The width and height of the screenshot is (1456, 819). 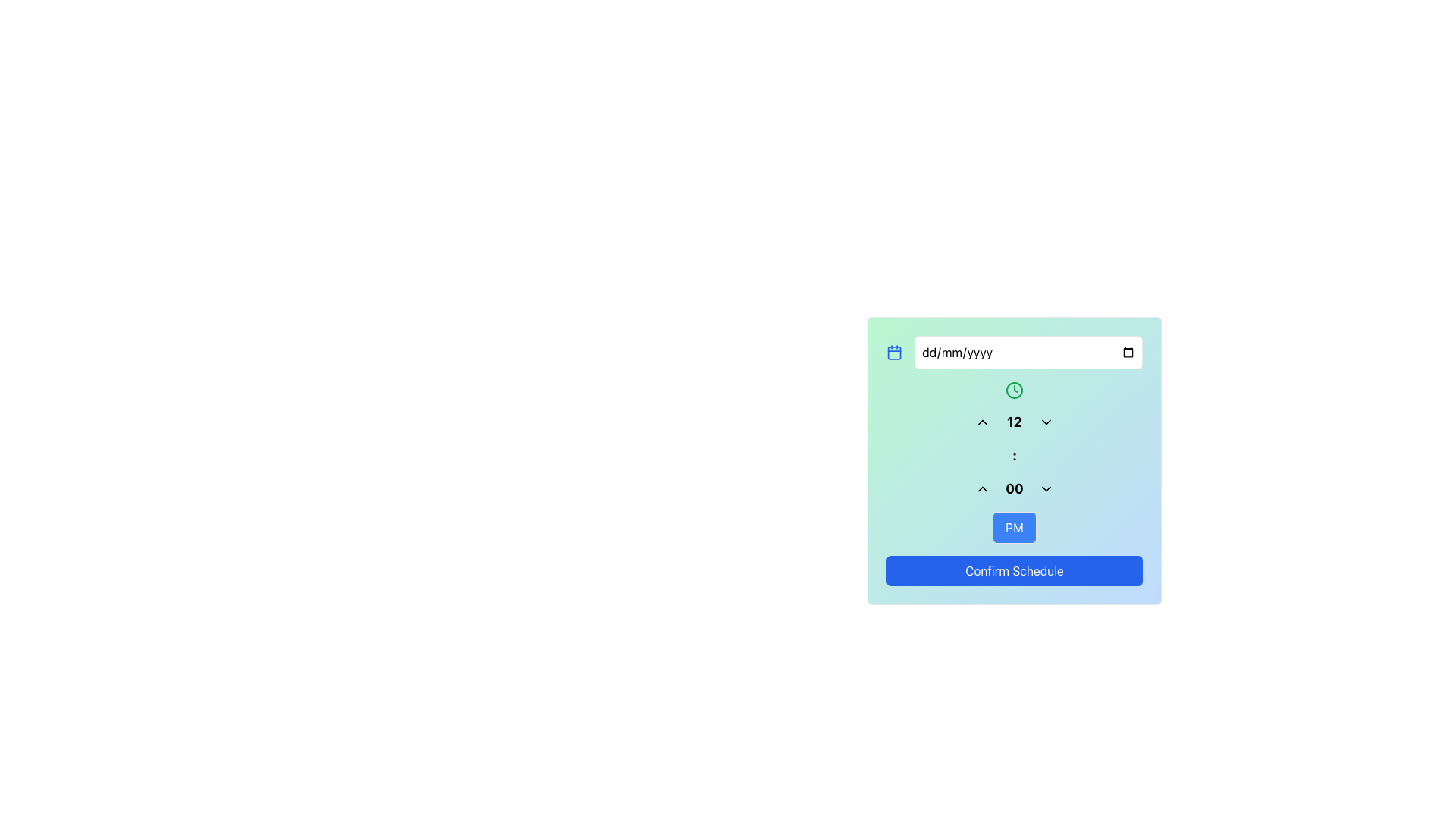 What do you see at coordinates (1046, 488) in the screenshot?
I see `the Dropdown trigger icon located on the far-right side next to the text '00'` at bounding box center [1046, 488].